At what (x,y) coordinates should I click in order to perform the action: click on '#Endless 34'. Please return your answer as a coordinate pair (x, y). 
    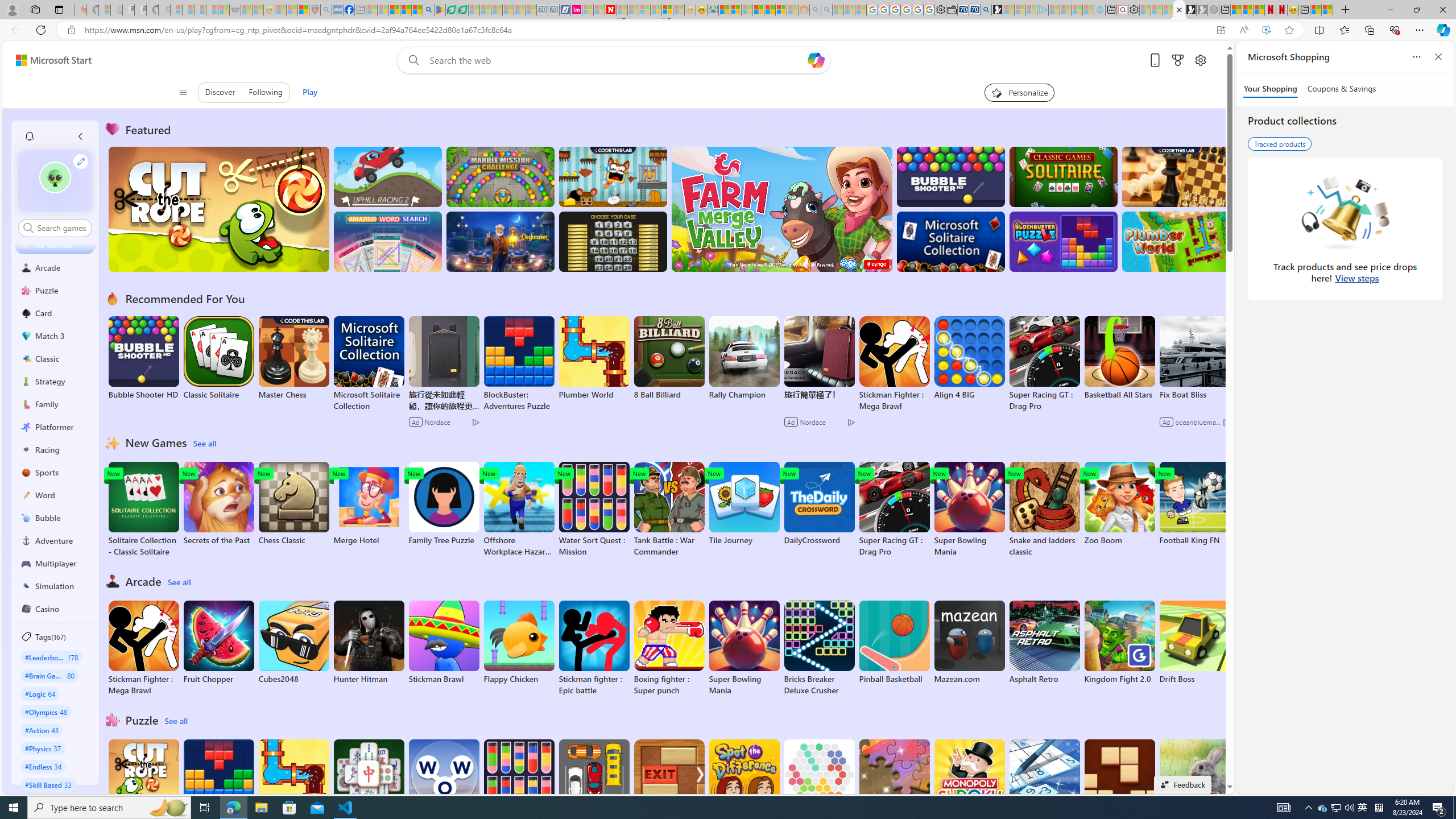
    Looking at the image, I should click on (43, 766).